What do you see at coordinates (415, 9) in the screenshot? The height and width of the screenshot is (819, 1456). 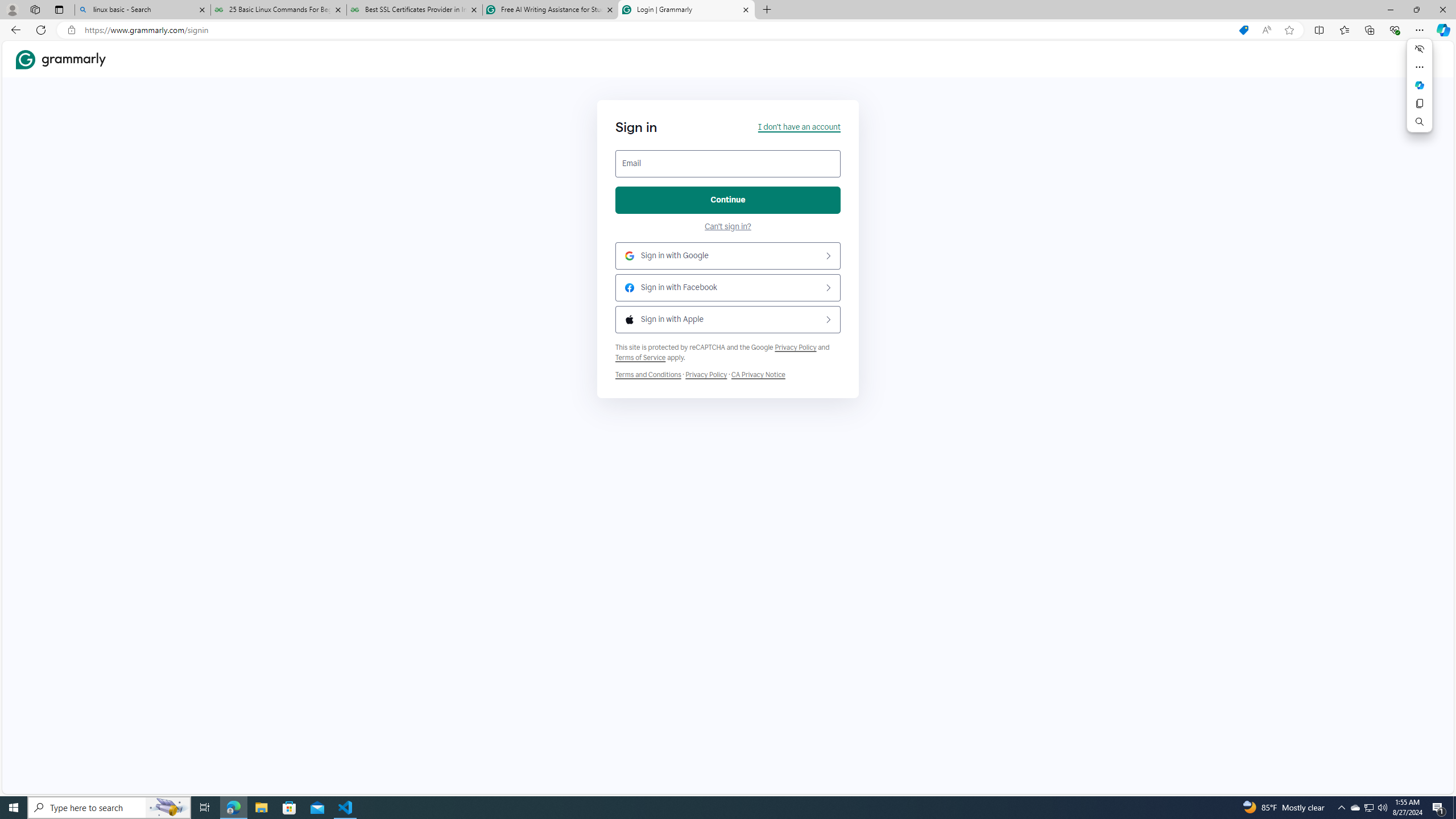 I see `'Best SSL Certificates Provider in India - GeeksforGeeks'` at bounding box center [415, 9].